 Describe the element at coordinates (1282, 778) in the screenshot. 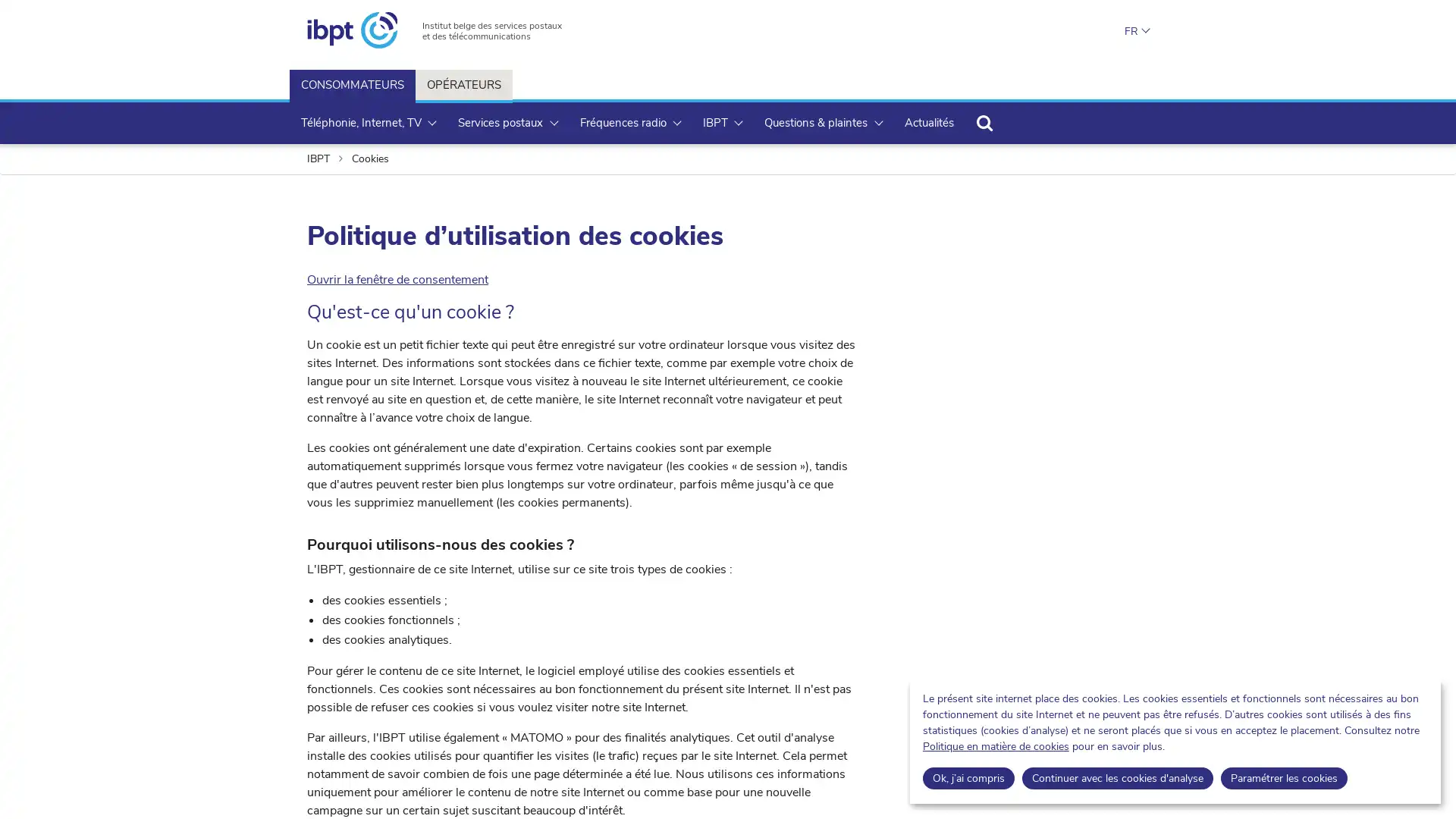

I see `Parametrer les cookies` at that location.